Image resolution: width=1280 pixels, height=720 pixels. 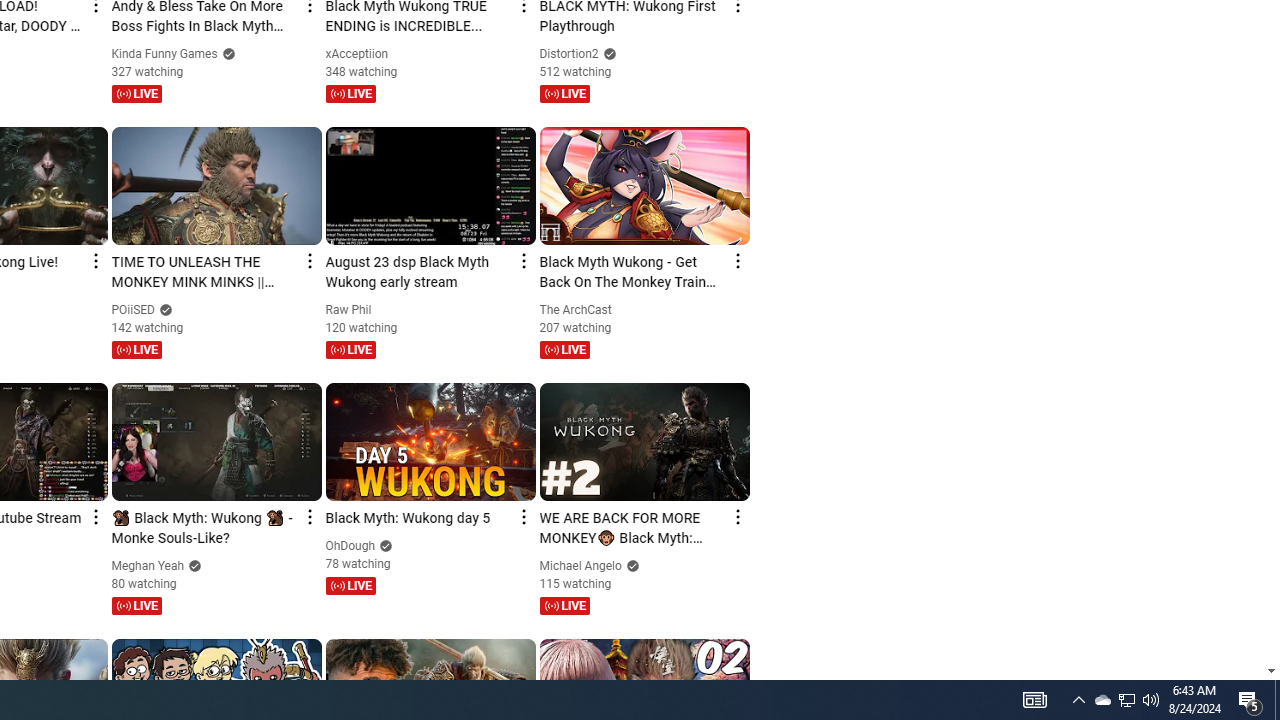 I want to click on 'Raw Phil', so click(x=348, y=309).